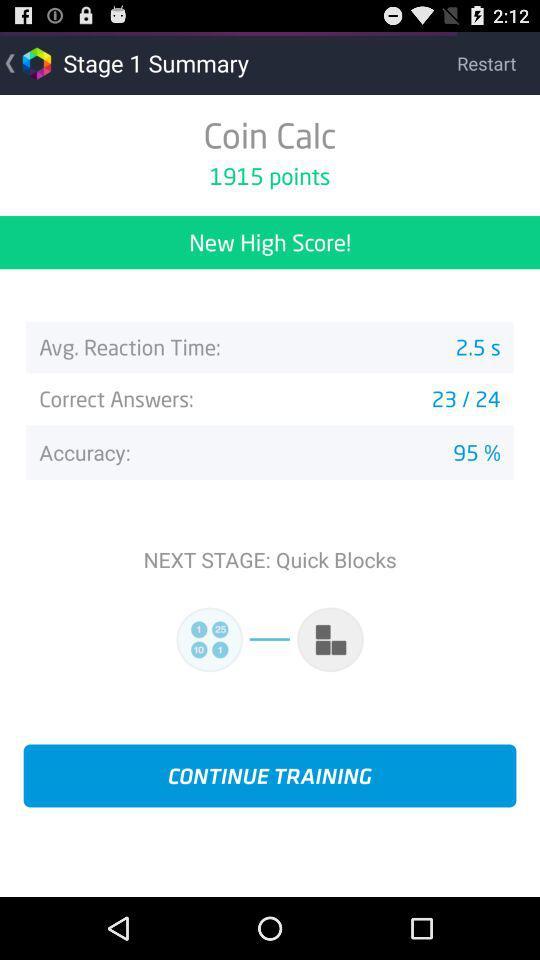 The image size is (540, 960). What do you see at coordinates (497, 62) in the screenshot?
I see `the app above coin calc` at bounding box center [497, 62].